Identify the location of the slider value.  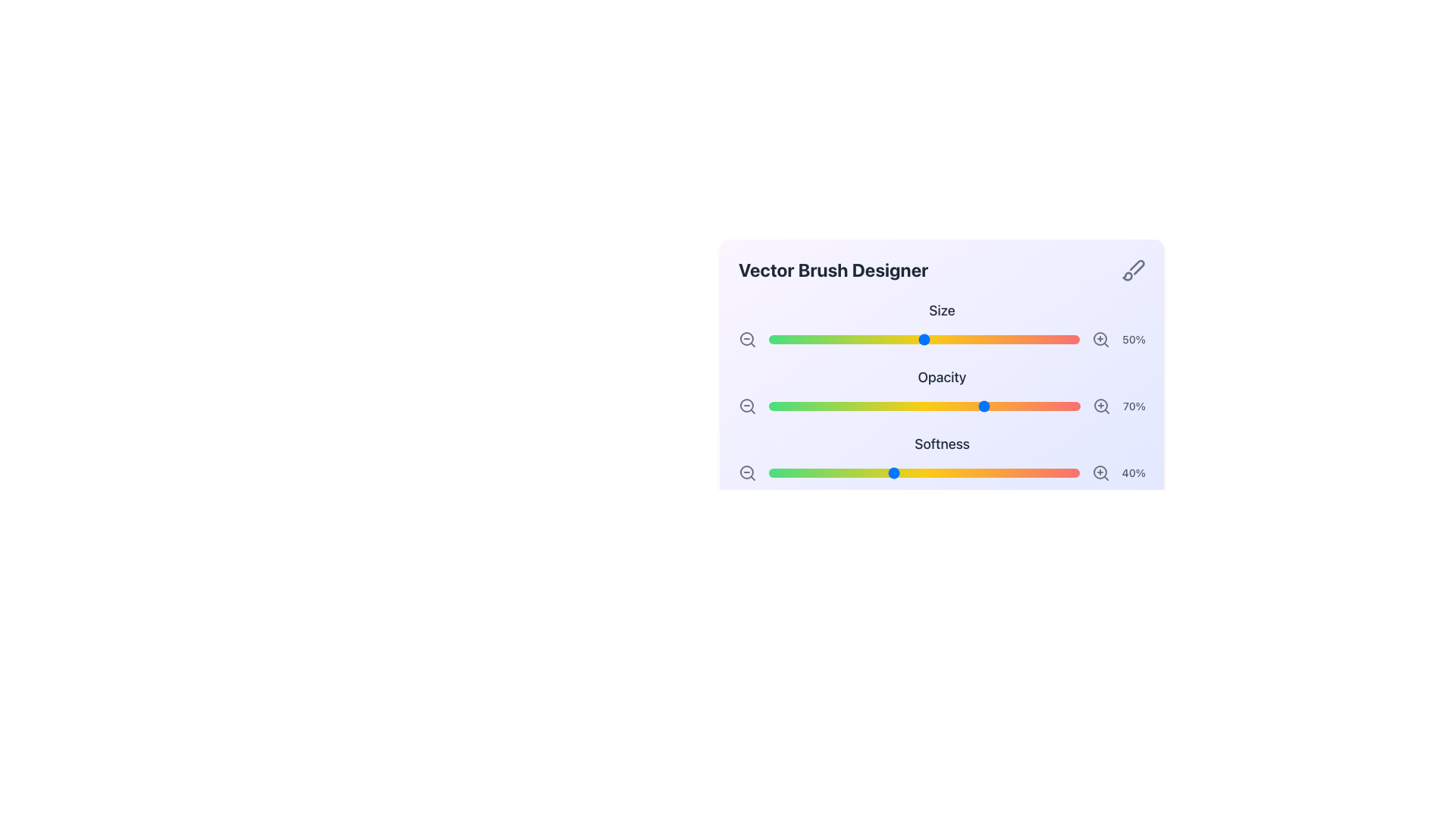
(772, 338).